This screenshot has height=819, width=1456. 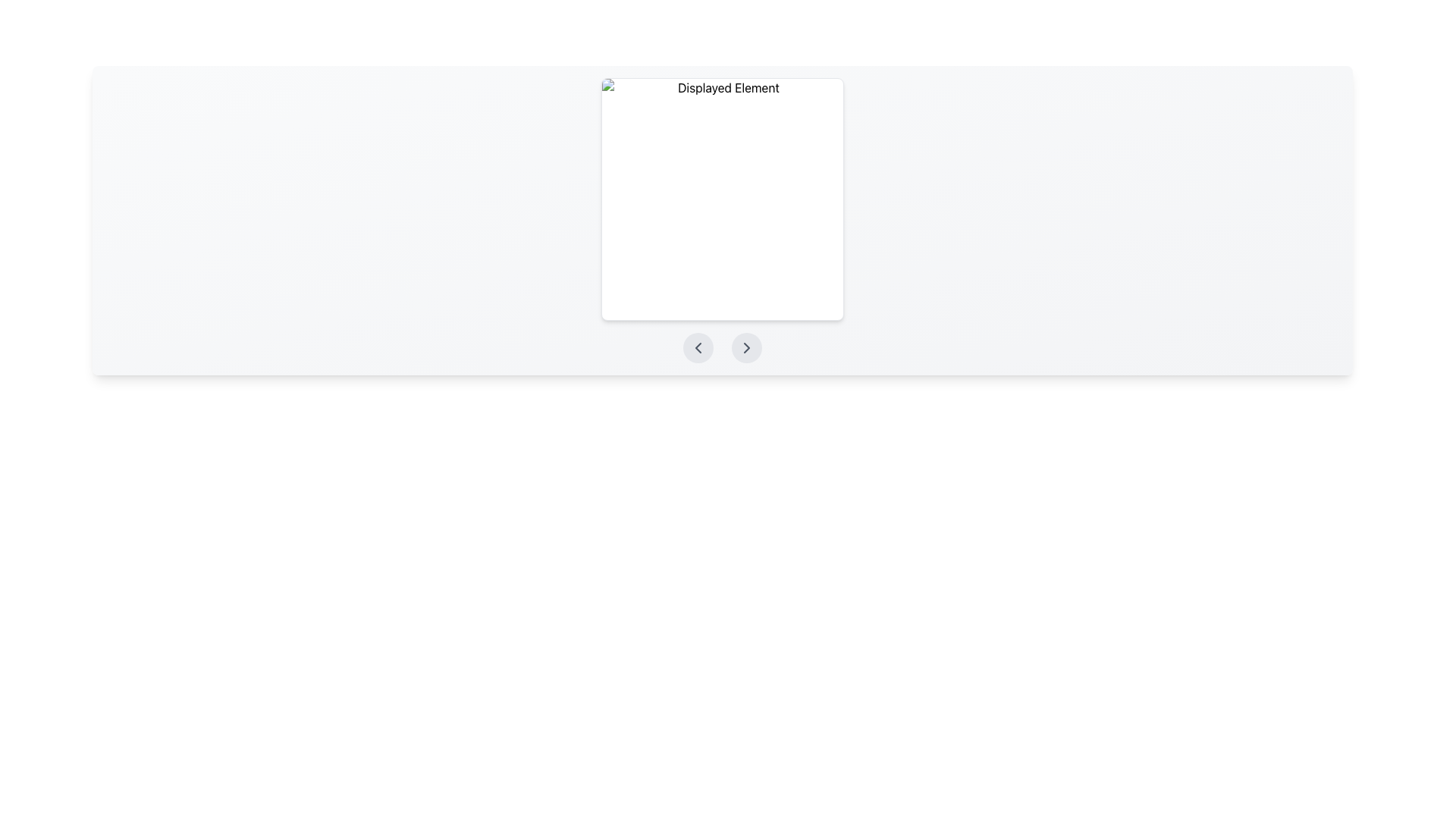 What do you see at coordinates (722, 348) in the screenshot?
I see `the control group containing navigation buttons and an indicator below the displayed image` at bounding box center [722, 348].